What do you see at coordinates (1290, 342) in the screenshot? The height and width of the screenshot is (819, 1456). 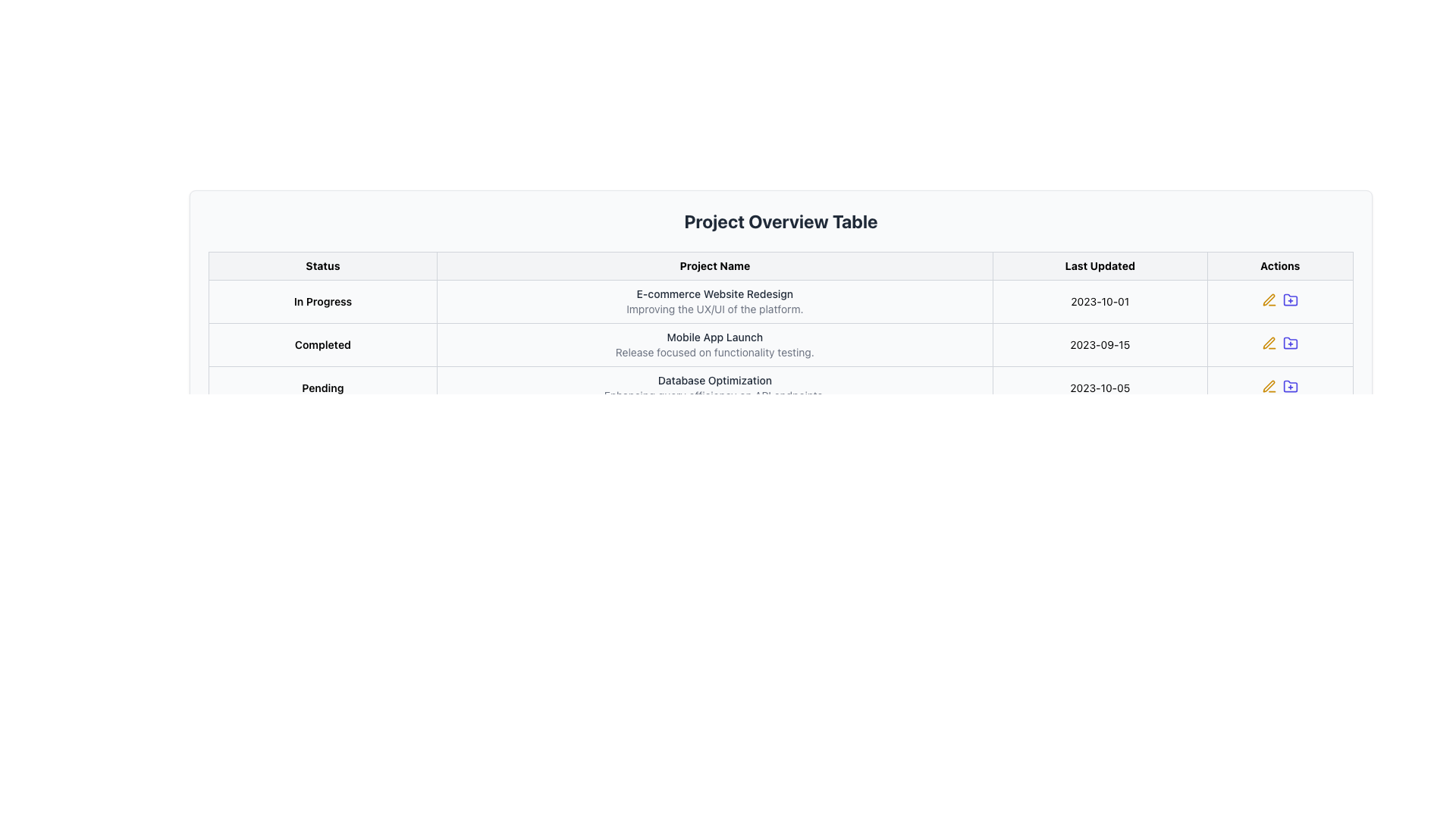 I see `the add or create icon in the 'Actions' column of the 'Completed' row, located after the pencil-shaped icon` at bounding box center [1290, 342].